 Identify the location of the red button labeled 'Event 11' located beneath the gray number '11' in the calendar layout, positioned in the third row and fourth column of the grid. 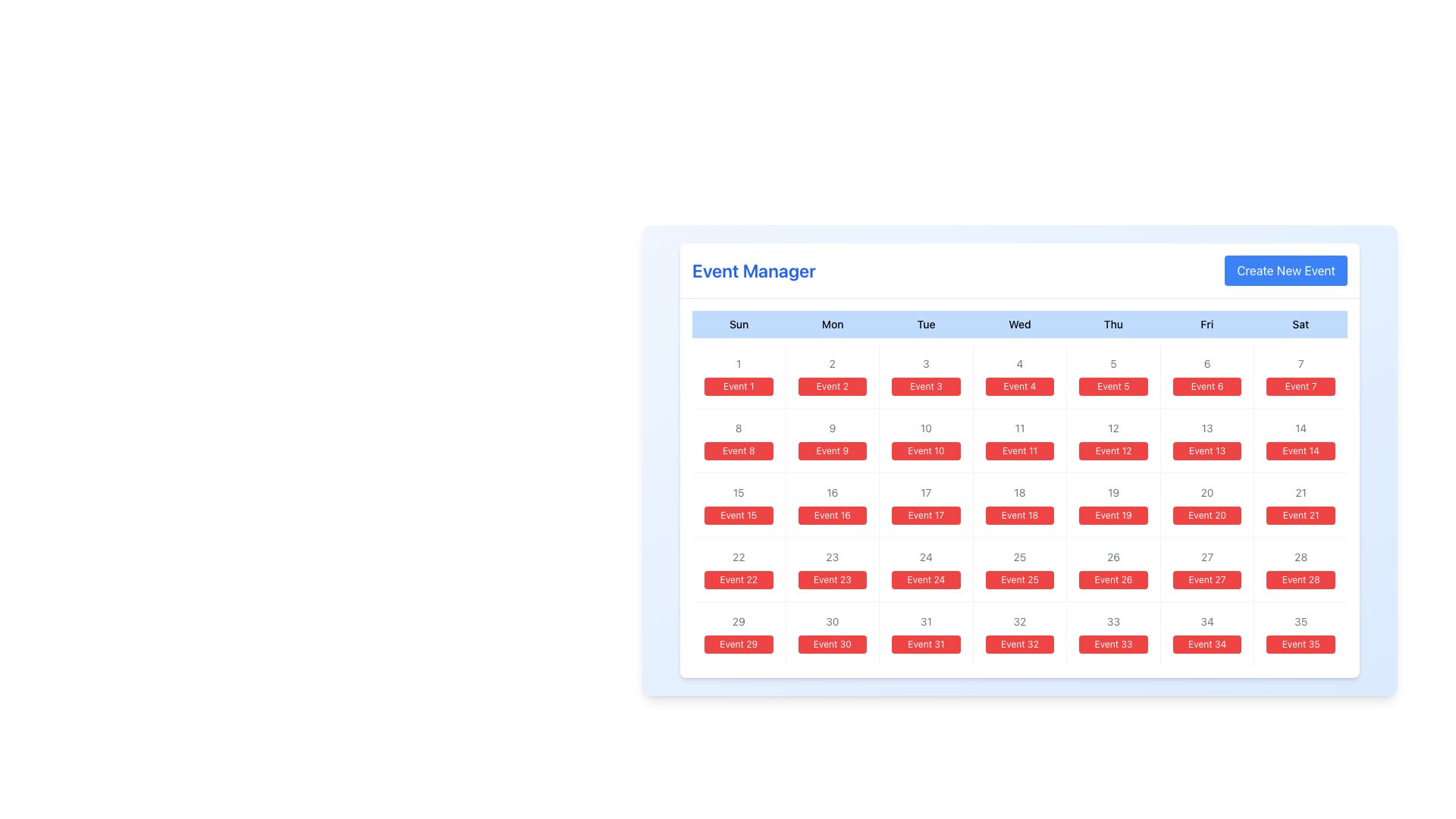
(1019, 441).